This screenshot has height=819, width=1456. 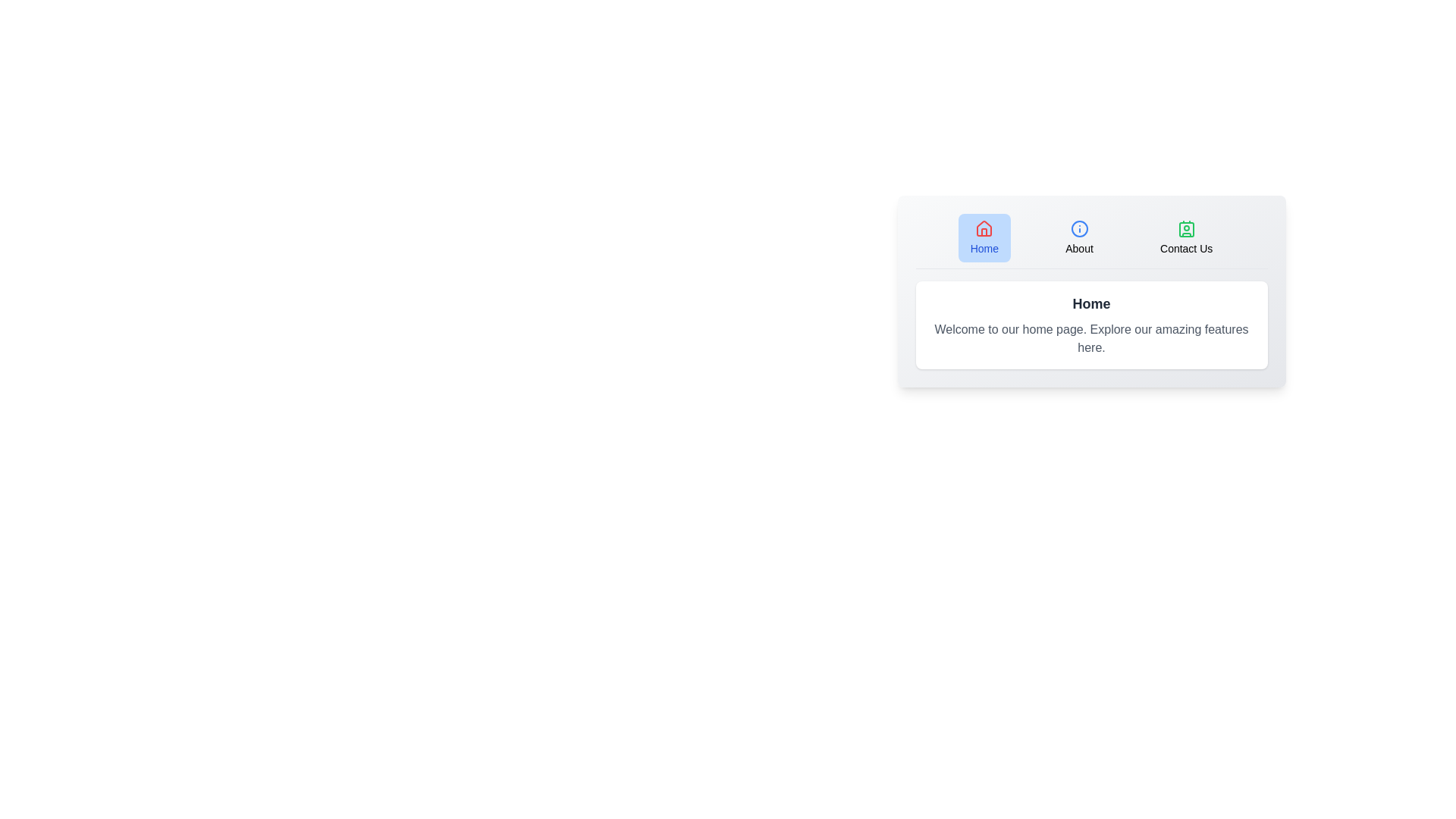 What do you see at coordinates (1185, 237) in the screenshot?
I see `the Contact Us tab by clicking on its respective icon or title` at bounding box center [1185, 237].